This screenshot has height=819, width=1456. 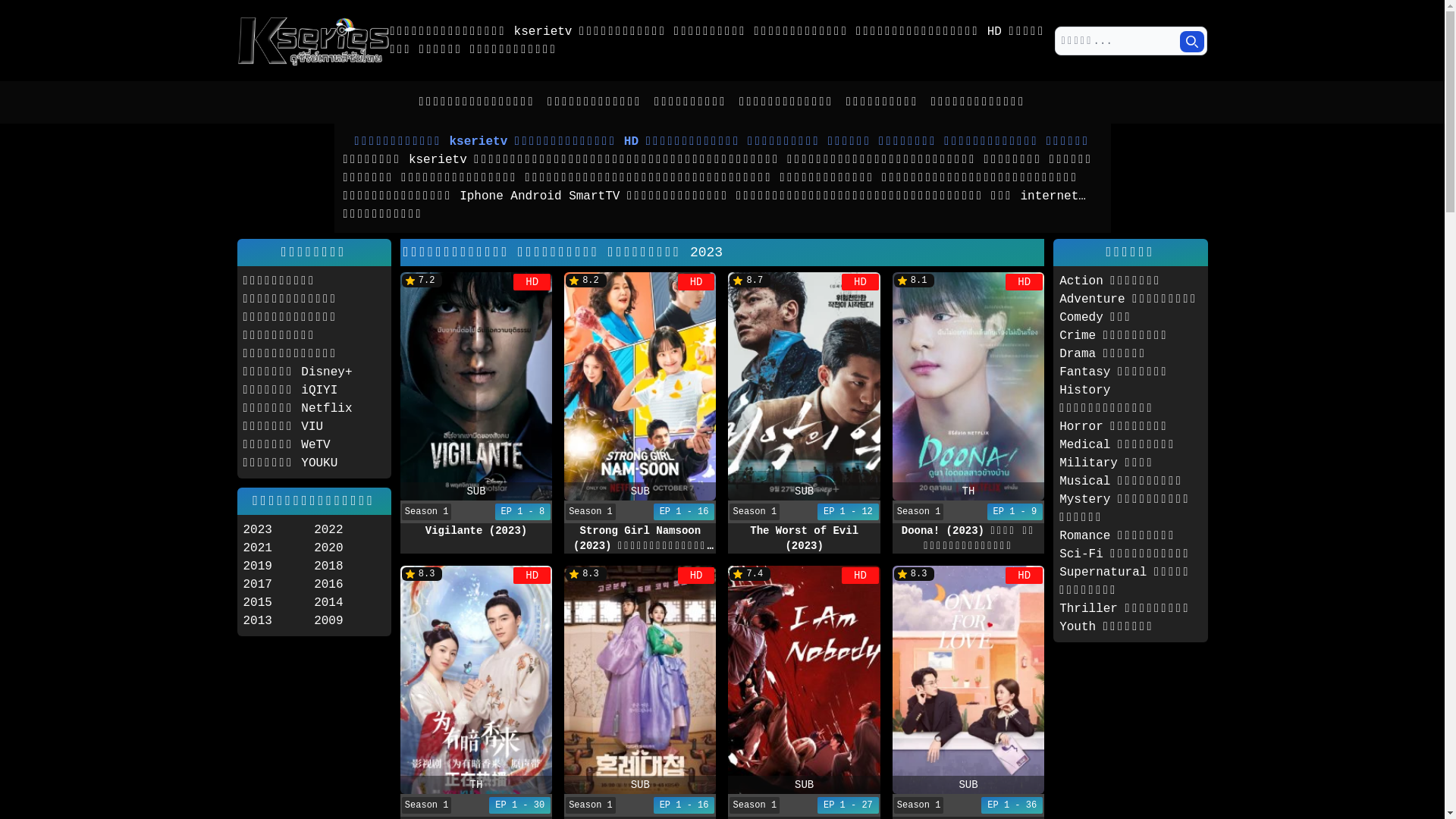 I want to click on '2018', so click(x=348, y=566).